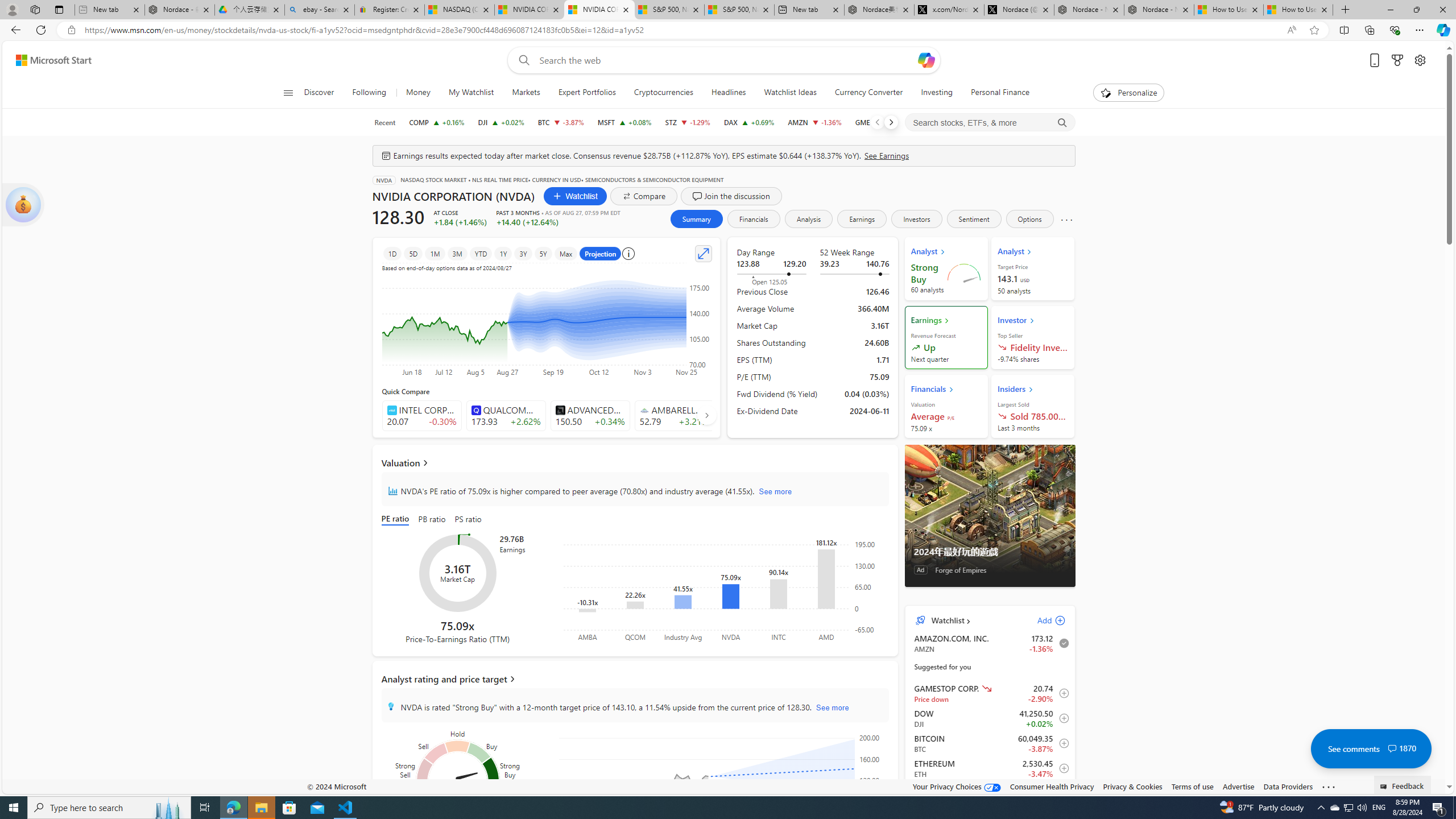 Image resolution: width=1456 pixels, height=819 pixels. I want to click on 'Consumer Health Privacy', so click(1051, 786).